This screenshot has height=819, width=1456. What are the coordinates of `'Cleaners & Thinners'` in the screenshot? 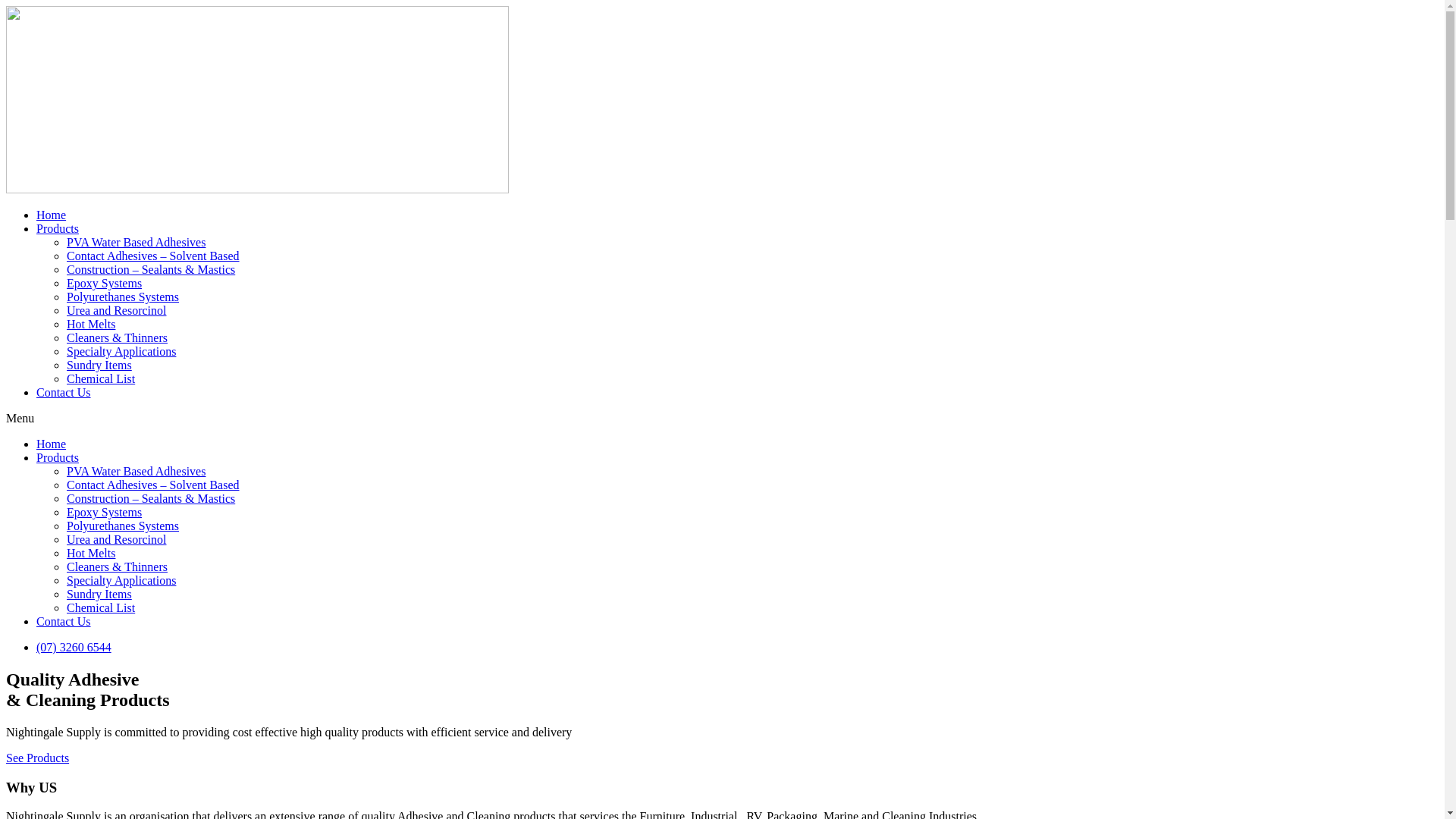 It's located at (116, 337).